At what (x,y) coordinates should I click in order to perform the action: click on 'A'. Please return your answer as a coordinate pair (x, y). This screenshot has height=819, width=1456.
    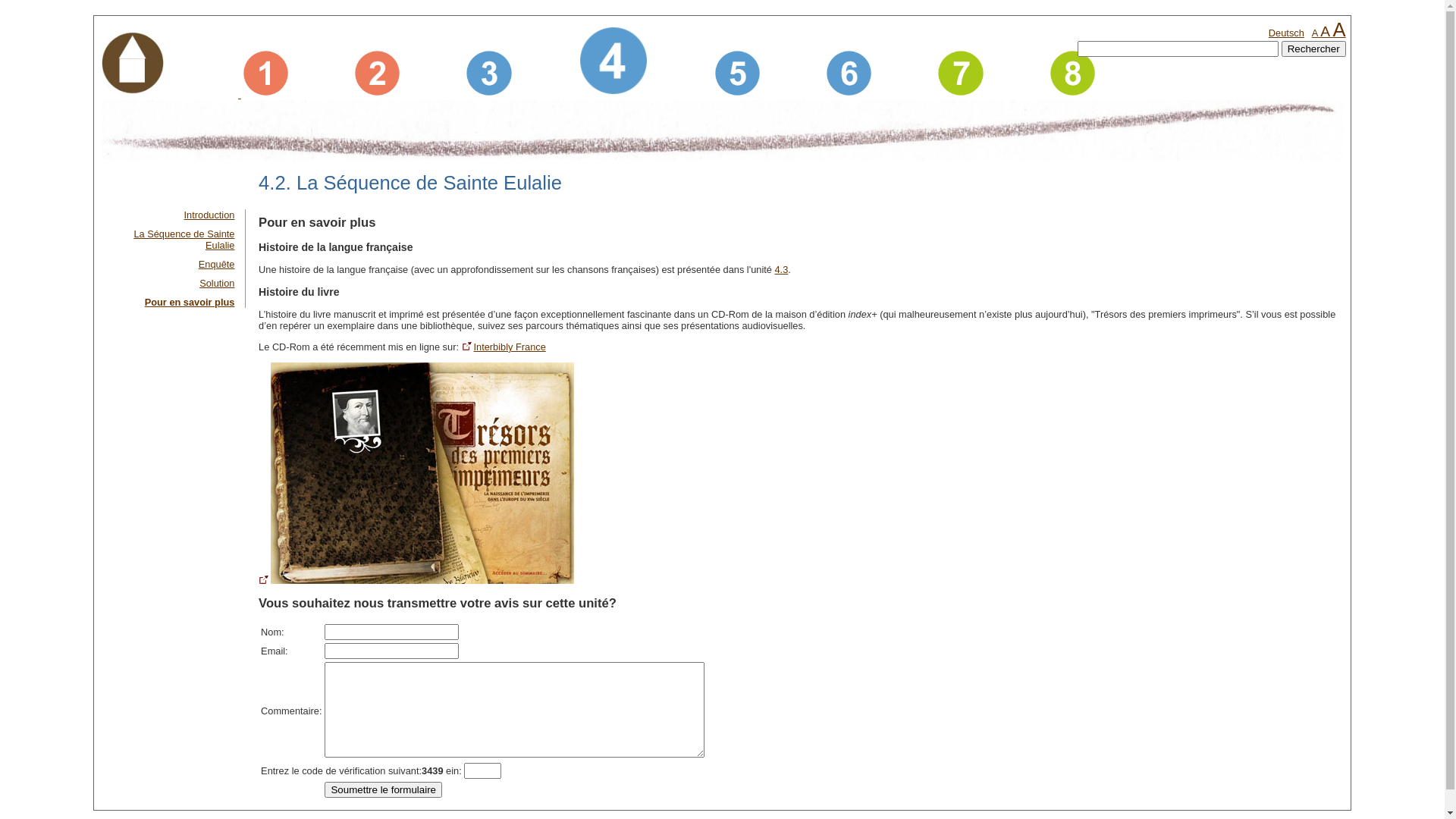
    Looking at the image, I should click on (1324, 31).